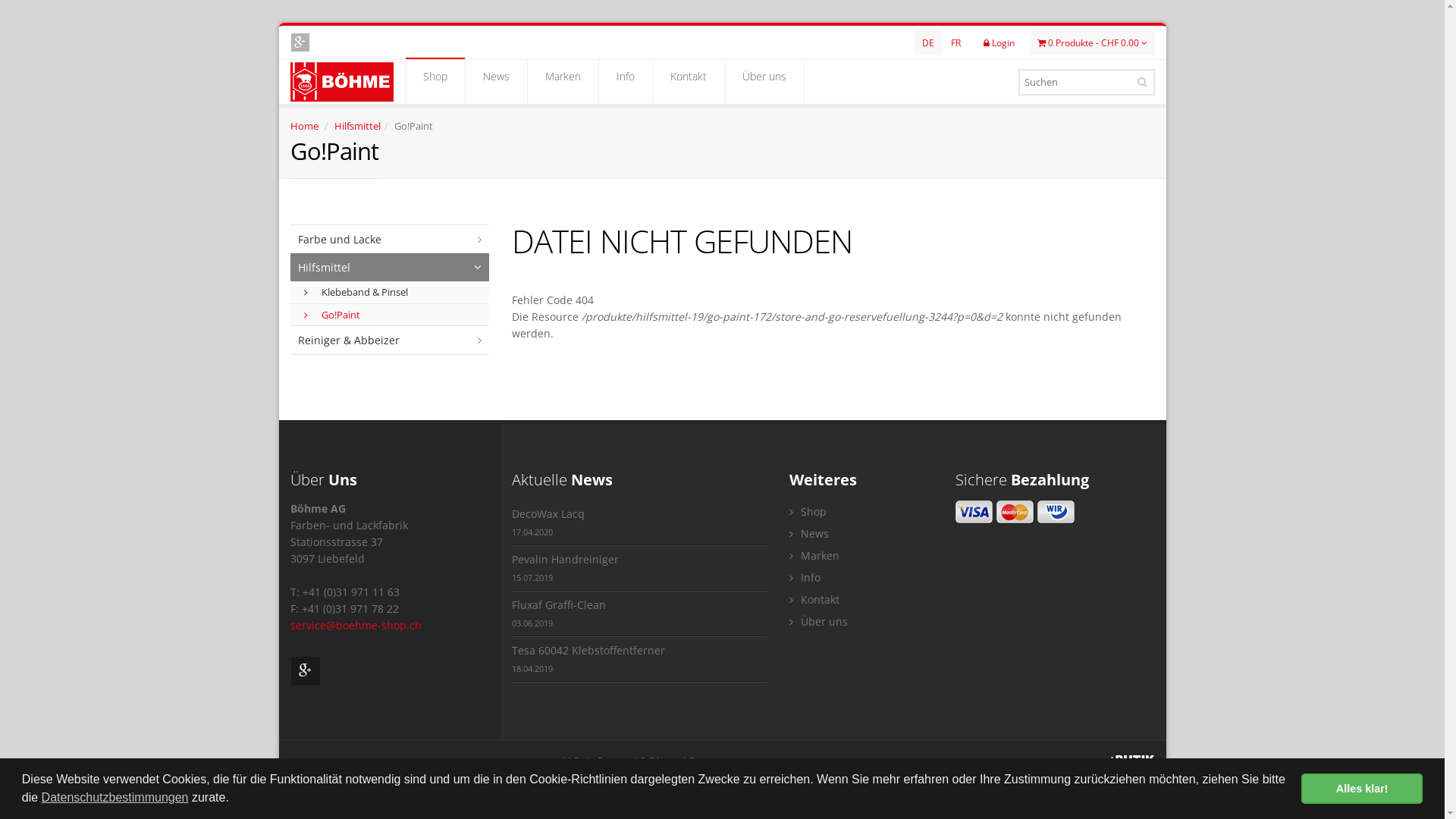 The image size is (1456, 819). I want to click on 'FR', so click(955, 42).